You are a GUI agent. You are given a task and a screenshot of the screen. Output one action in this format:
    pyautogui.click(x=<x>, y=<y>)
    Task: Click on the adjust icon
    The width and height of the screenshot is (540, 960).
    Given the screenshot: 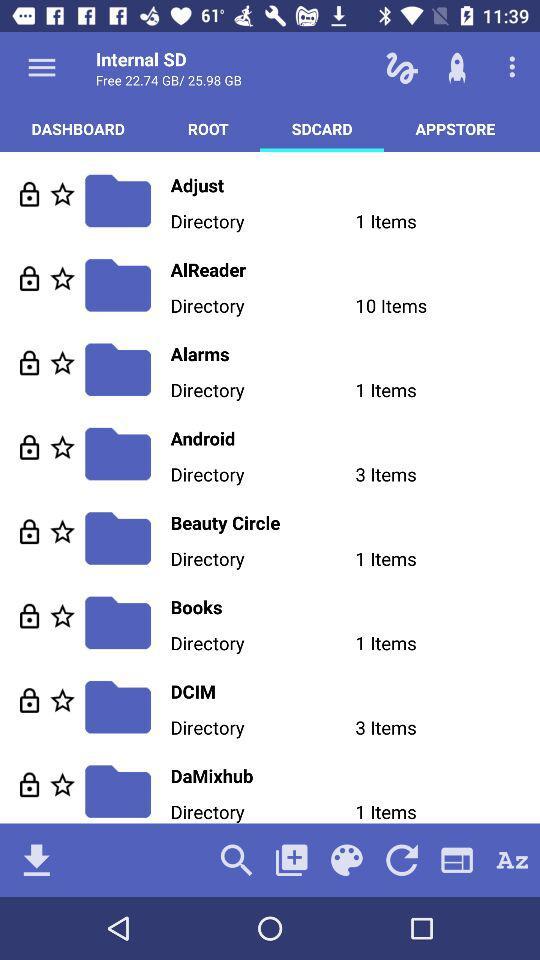 What is the action you would take?
    pyautogui.click(x=354, y=185)
    